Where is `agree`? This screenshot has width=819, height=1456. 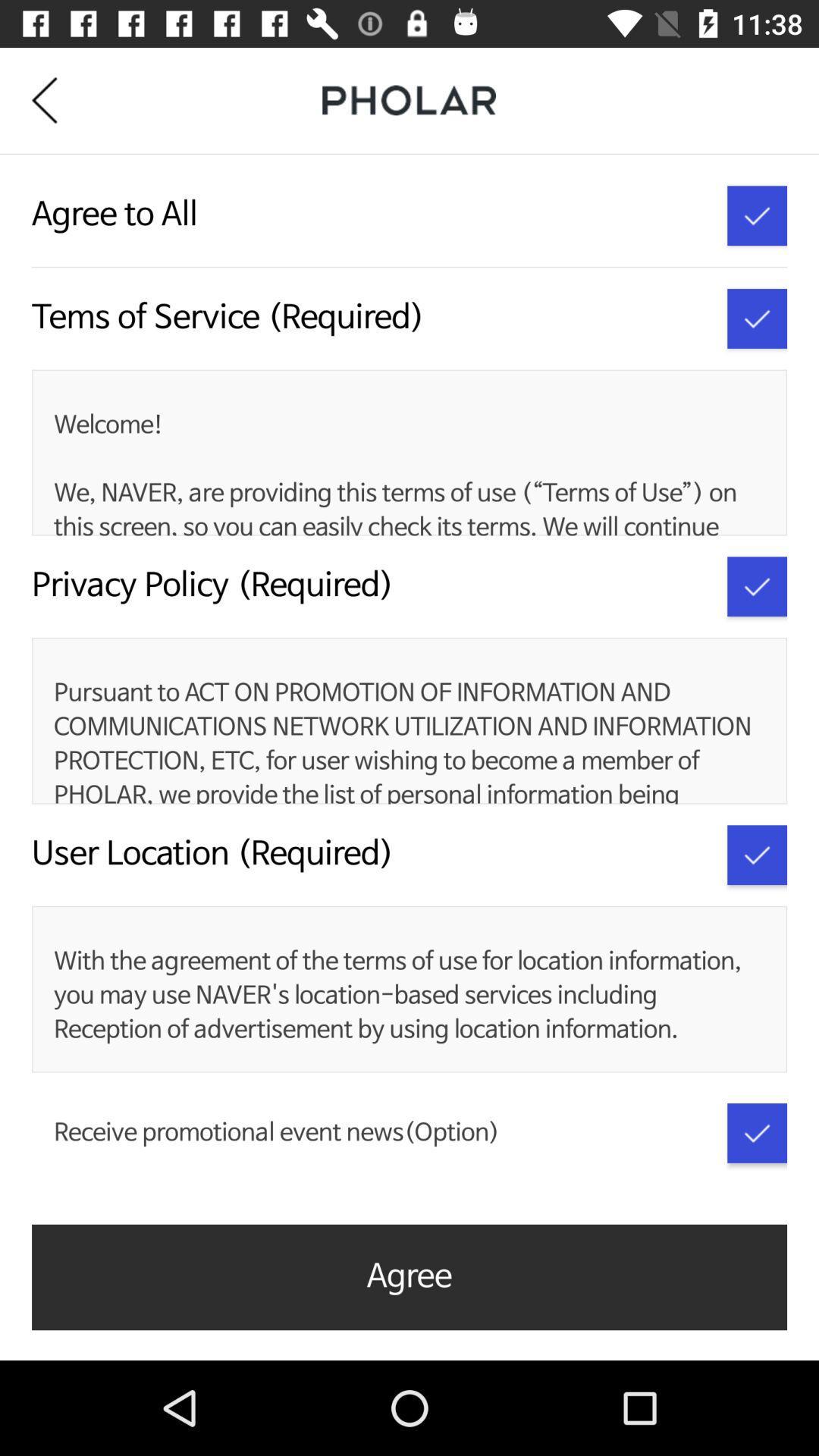 agree is located at coordinates (757, 585).